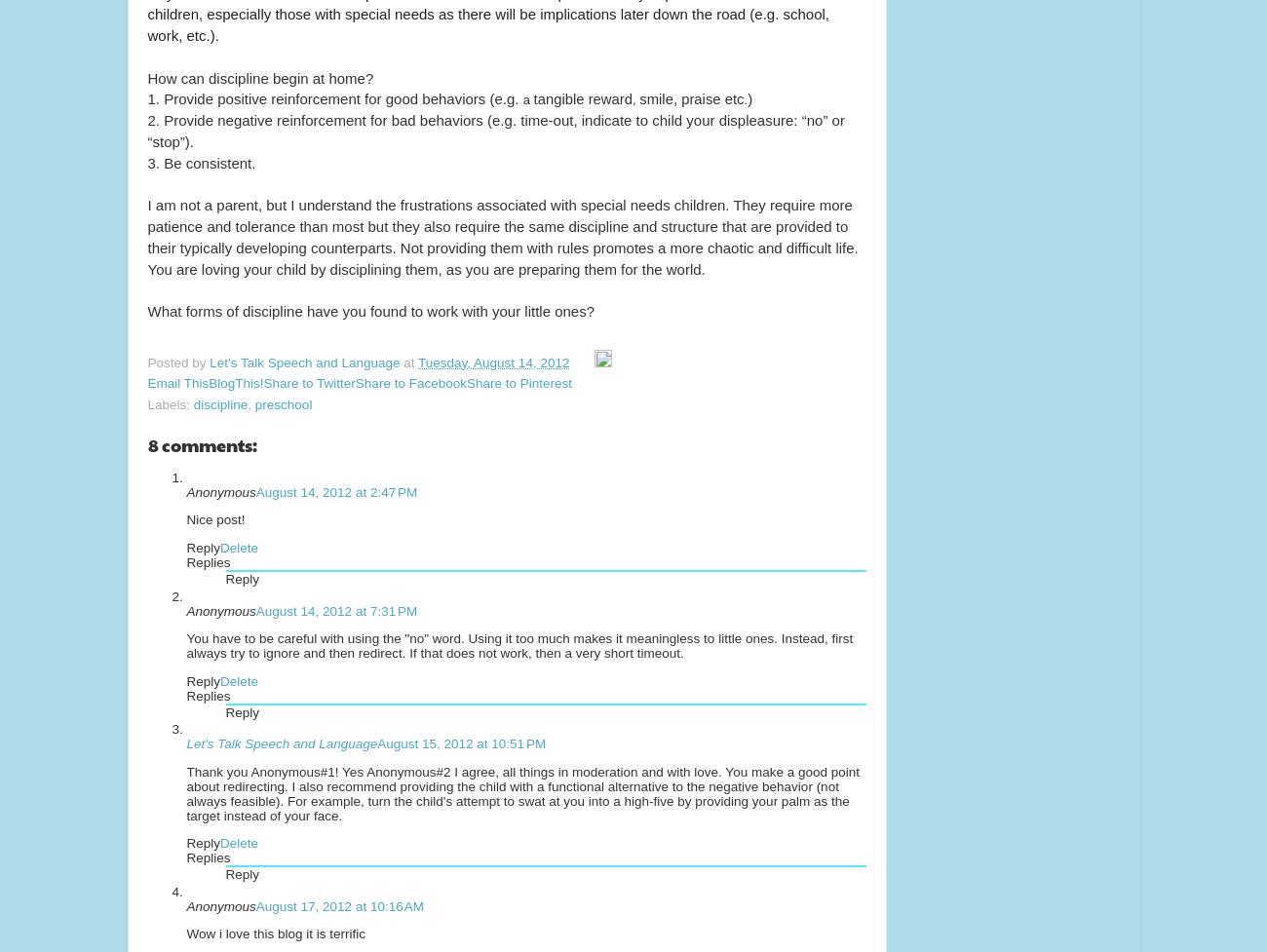 The width and height of the screenshot is (1267, 952). Describe the element at coordinates (181, 35) in the screenshot. I see `'etc.).'` at that location.